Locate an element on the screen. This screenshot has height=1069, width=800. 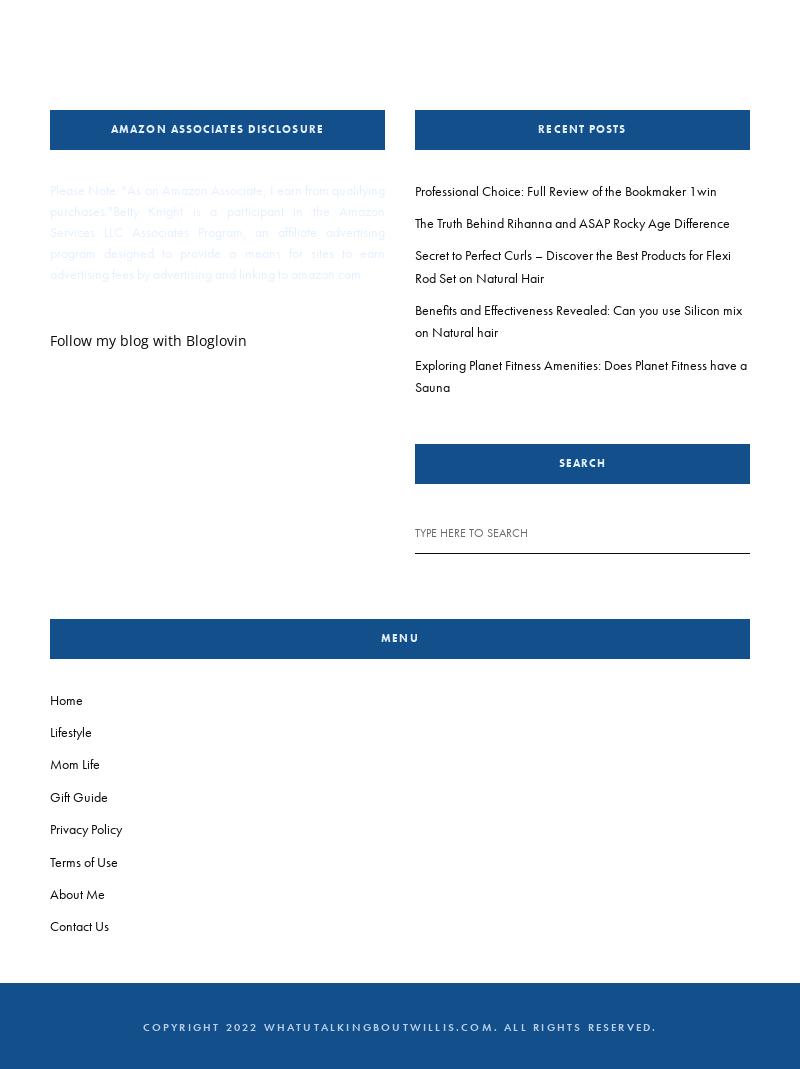
'Follow my blog with Bloglovin' is located at coordinates (49, 339).